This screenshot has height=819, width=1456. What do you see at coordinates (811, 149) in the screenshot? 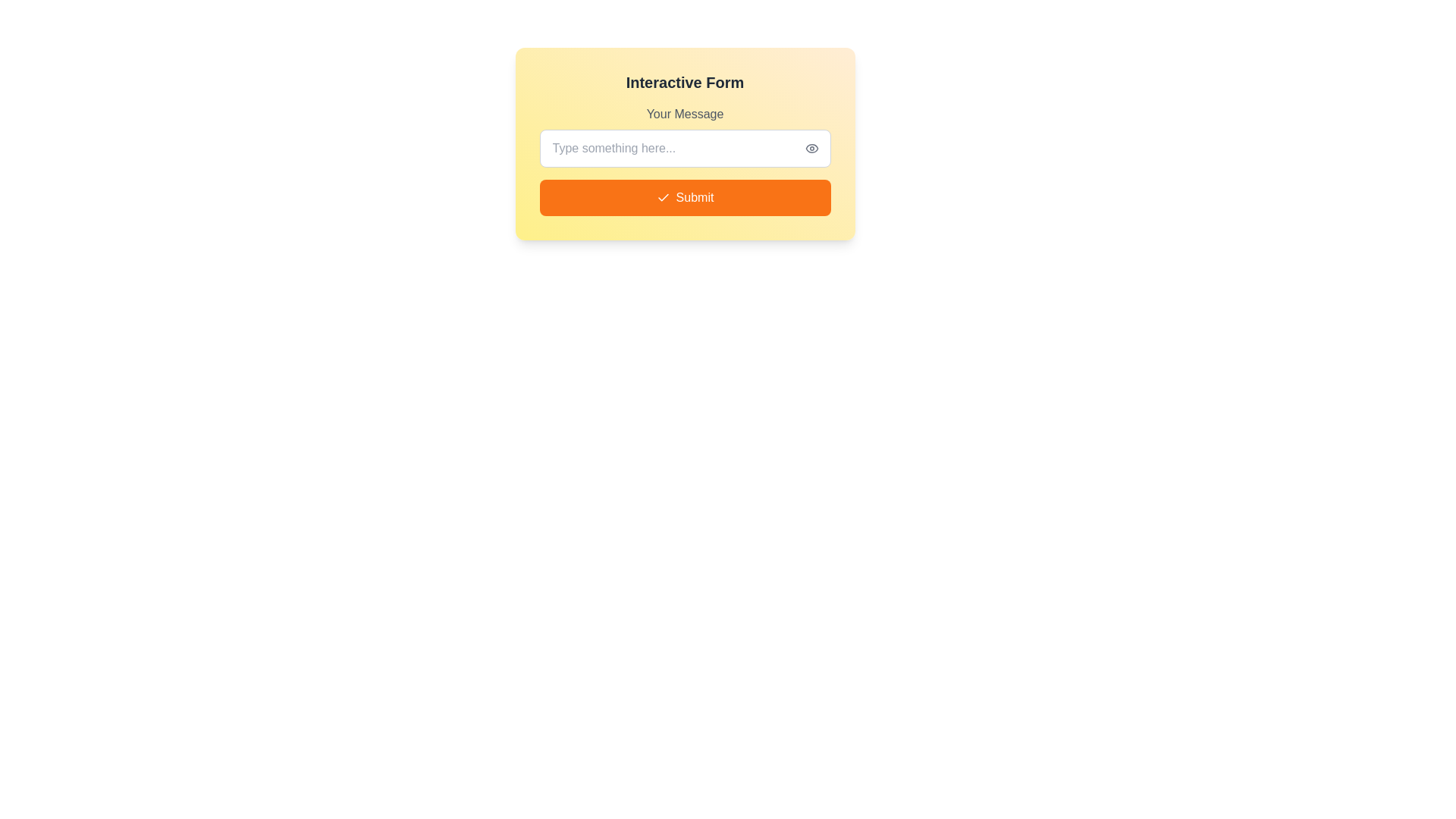
I see `the icon button located at the far-right end of the text input box to possibly see a tooltip` at bounding box center [811, 149].